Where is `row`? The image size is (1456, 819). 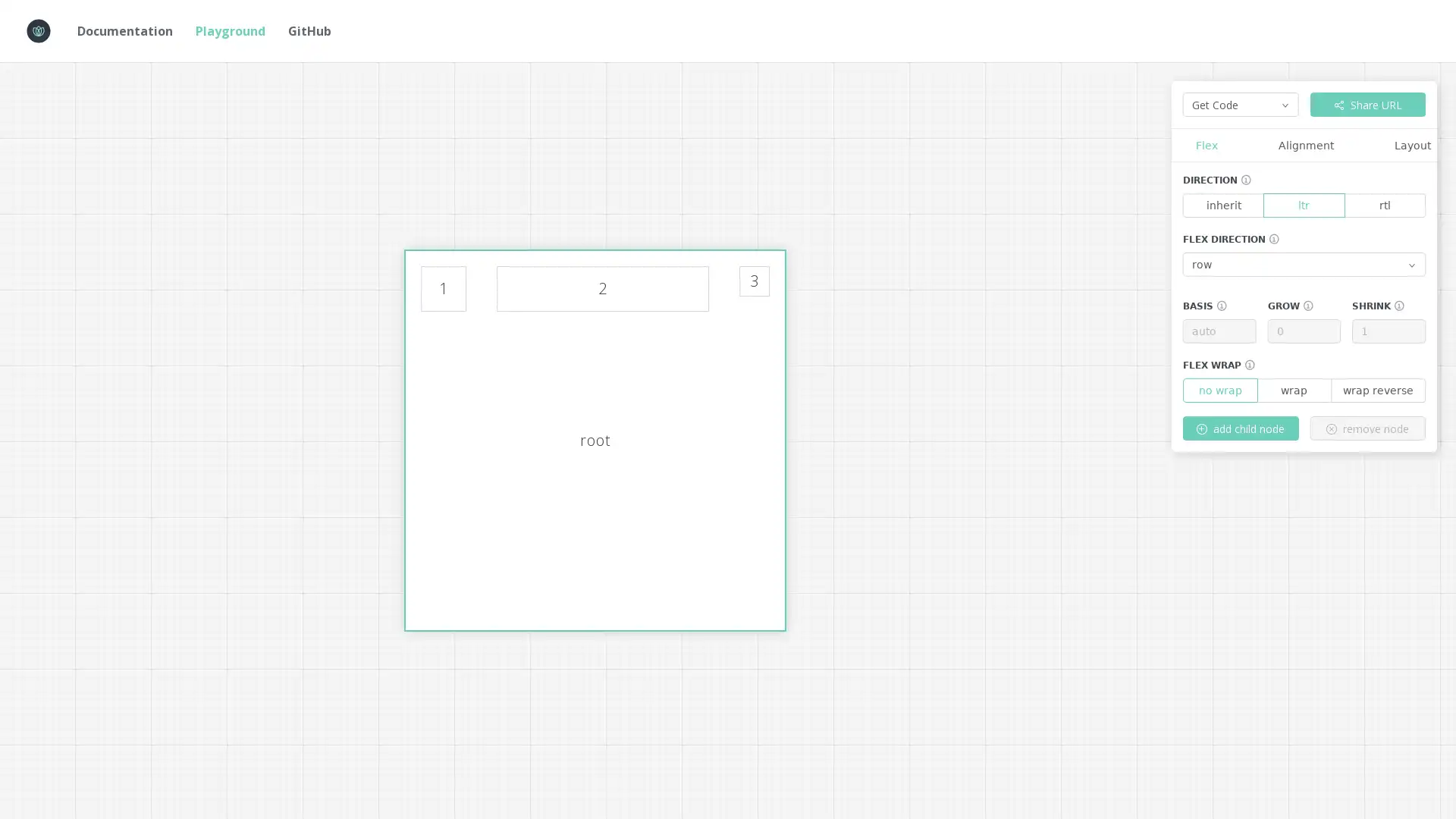 row is located at coordinates (1303, 263).